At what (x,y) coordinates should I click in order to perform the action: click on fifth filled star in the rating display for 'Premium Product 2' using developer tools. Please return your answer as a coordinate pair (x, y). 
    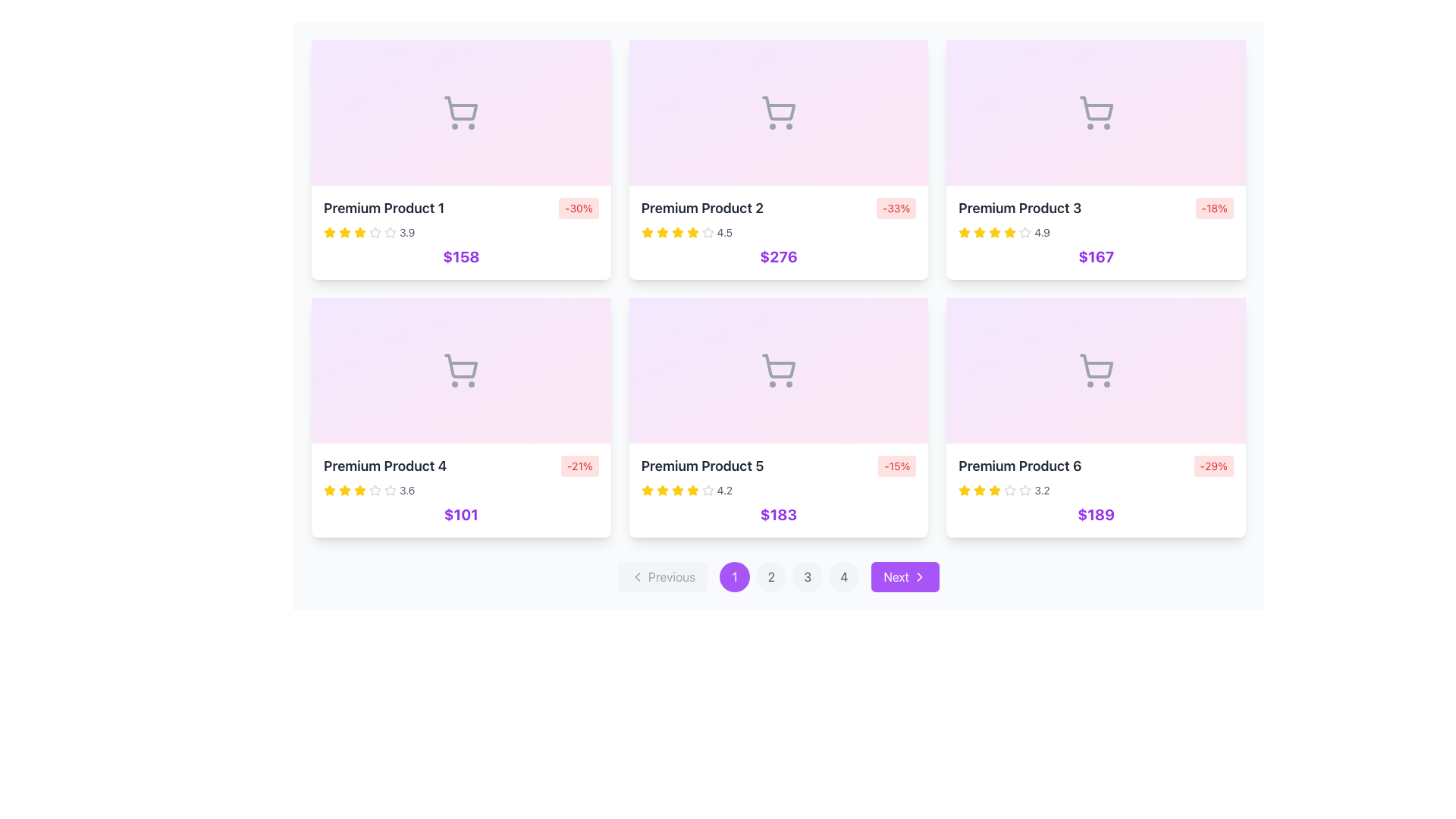
    Looking at the image, I should click on (692, 233).